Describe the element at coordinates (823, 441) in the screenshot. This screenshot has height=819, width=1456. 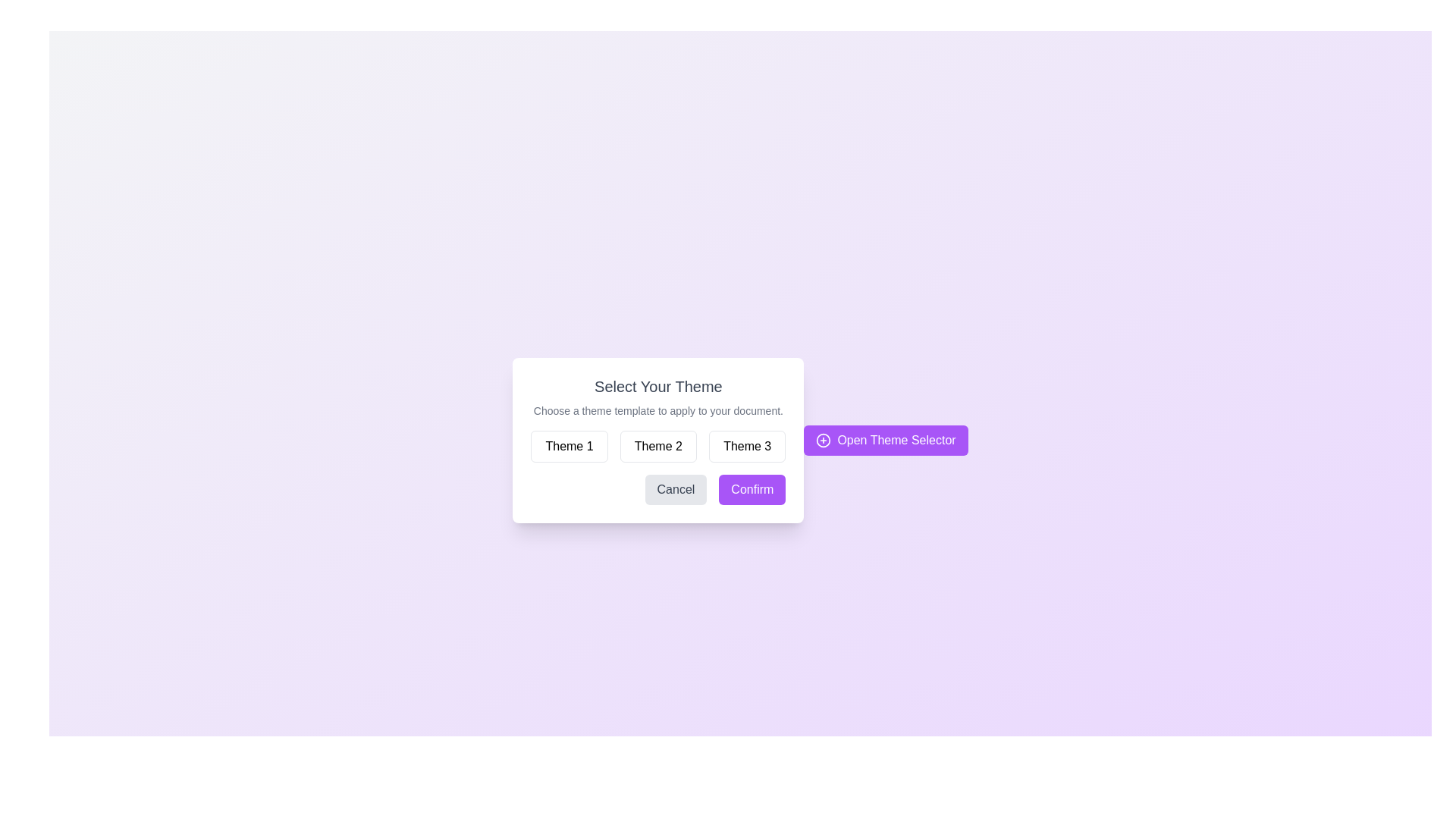
I see `the circular icon with a plus sign located on the left side of the 'Open Theme Selector' button` at that location.